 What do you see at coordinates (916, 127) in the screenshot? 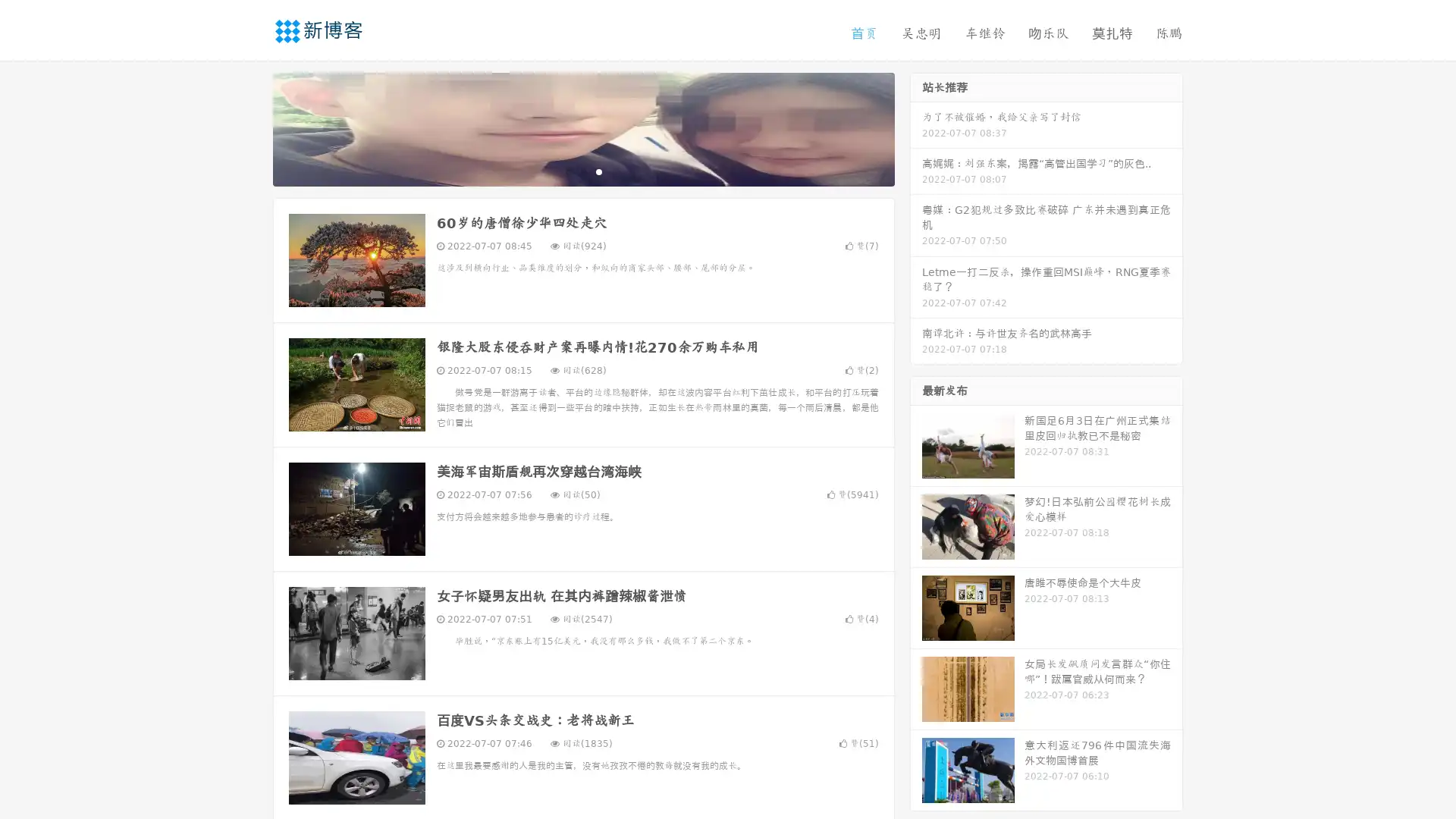
I see `Next slide` at bounding box center [916, 127].